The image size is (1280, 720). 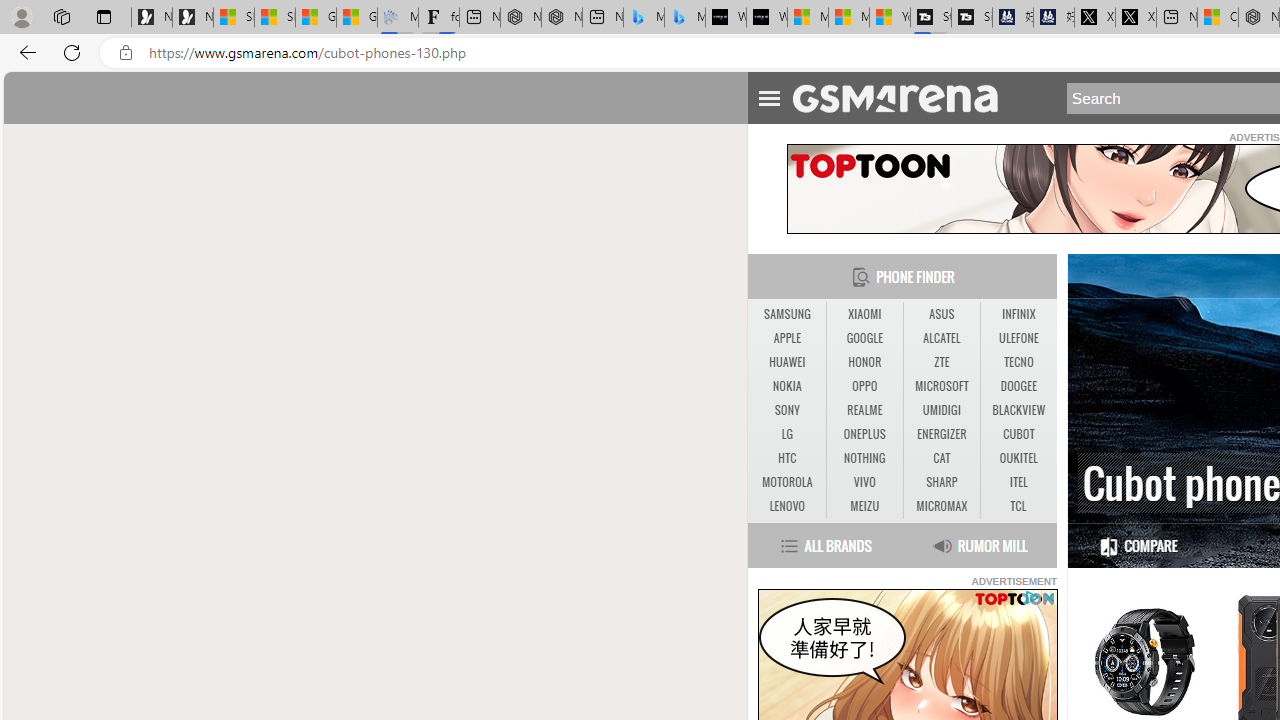 I want to click on 'HONOR', so click(x=864, y=362).